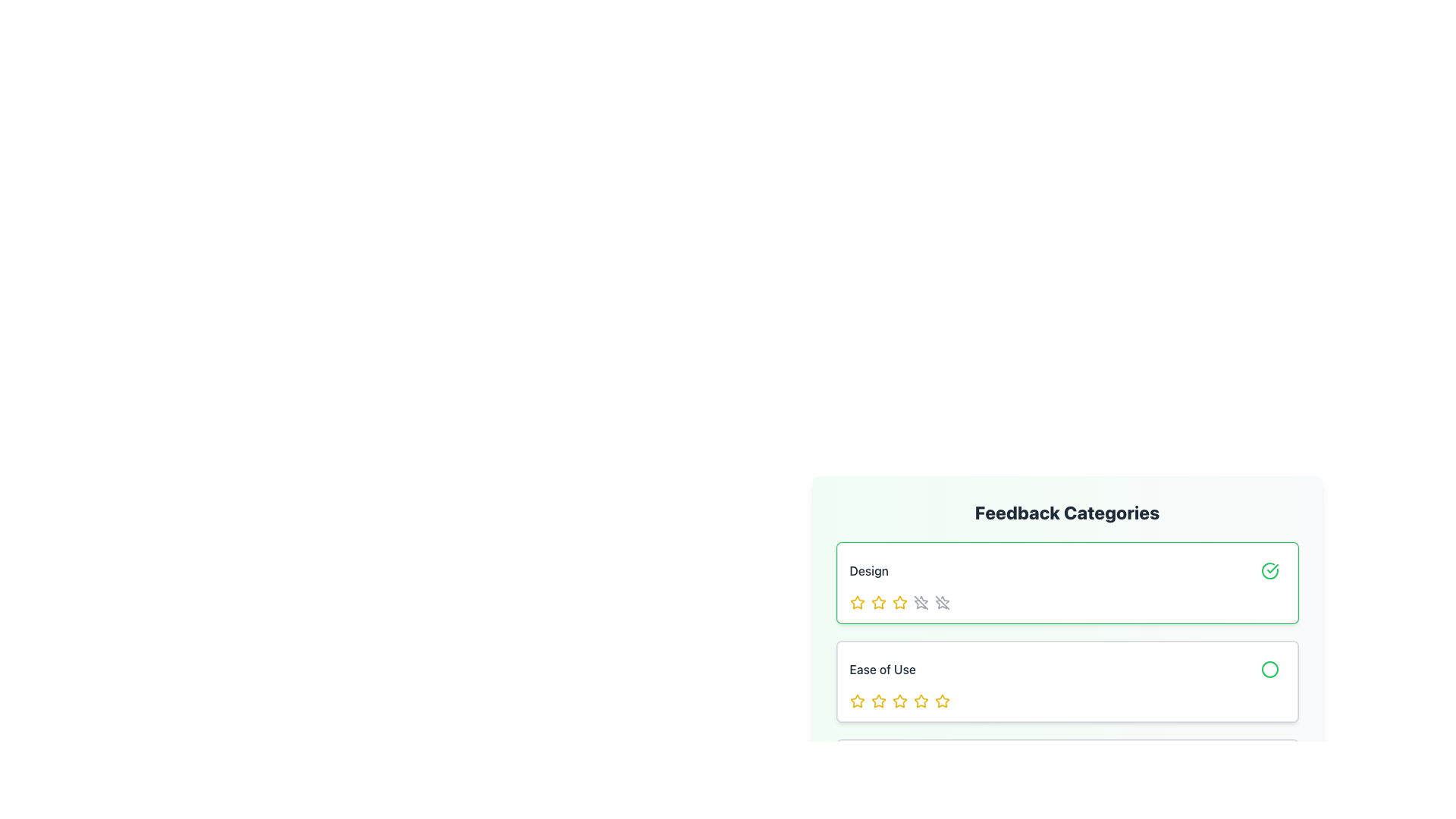  I want to click on the fourth star icon in the rating component under the 'Design' label, so click(923, 599).